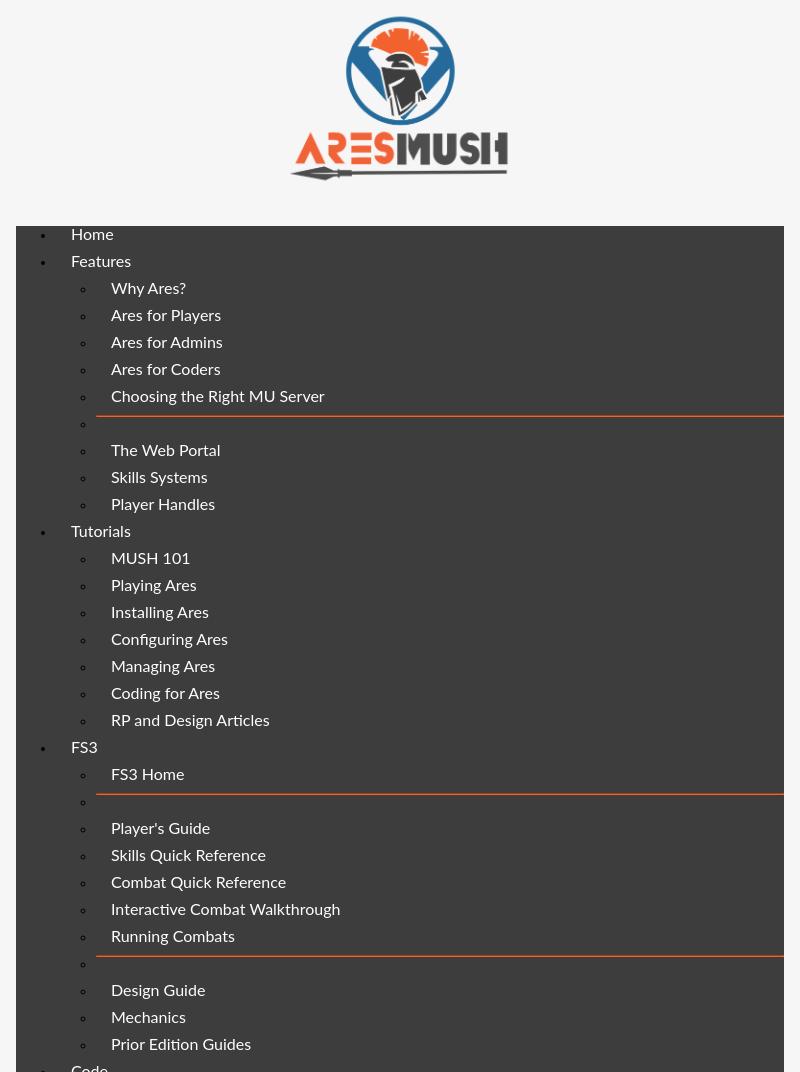  Describe the element at coordinates (171, 937) in the screenshot. I see `'Running Combats'` at that location.